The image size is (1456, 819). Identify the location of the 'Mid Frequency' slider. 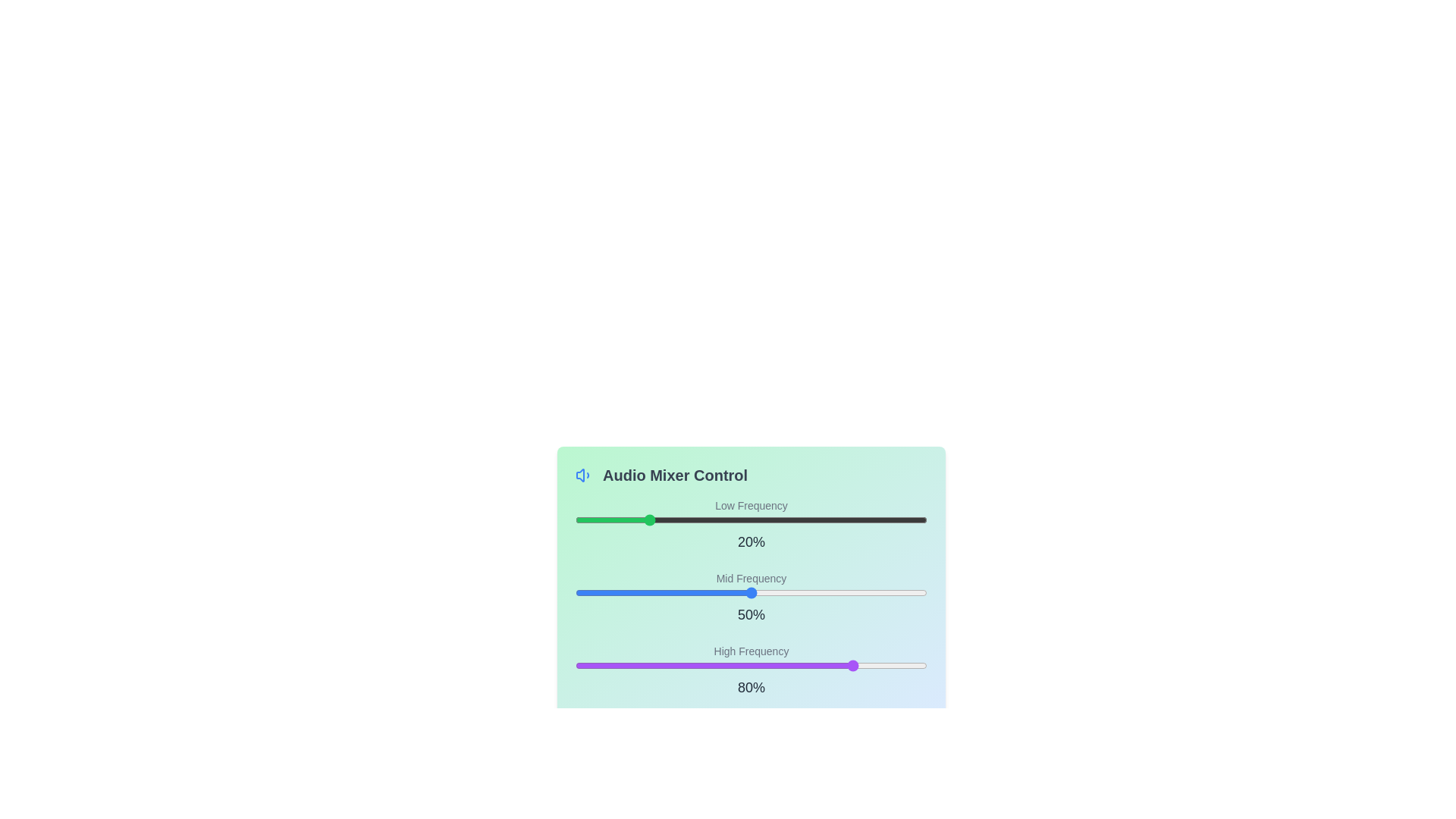
(645, 592).